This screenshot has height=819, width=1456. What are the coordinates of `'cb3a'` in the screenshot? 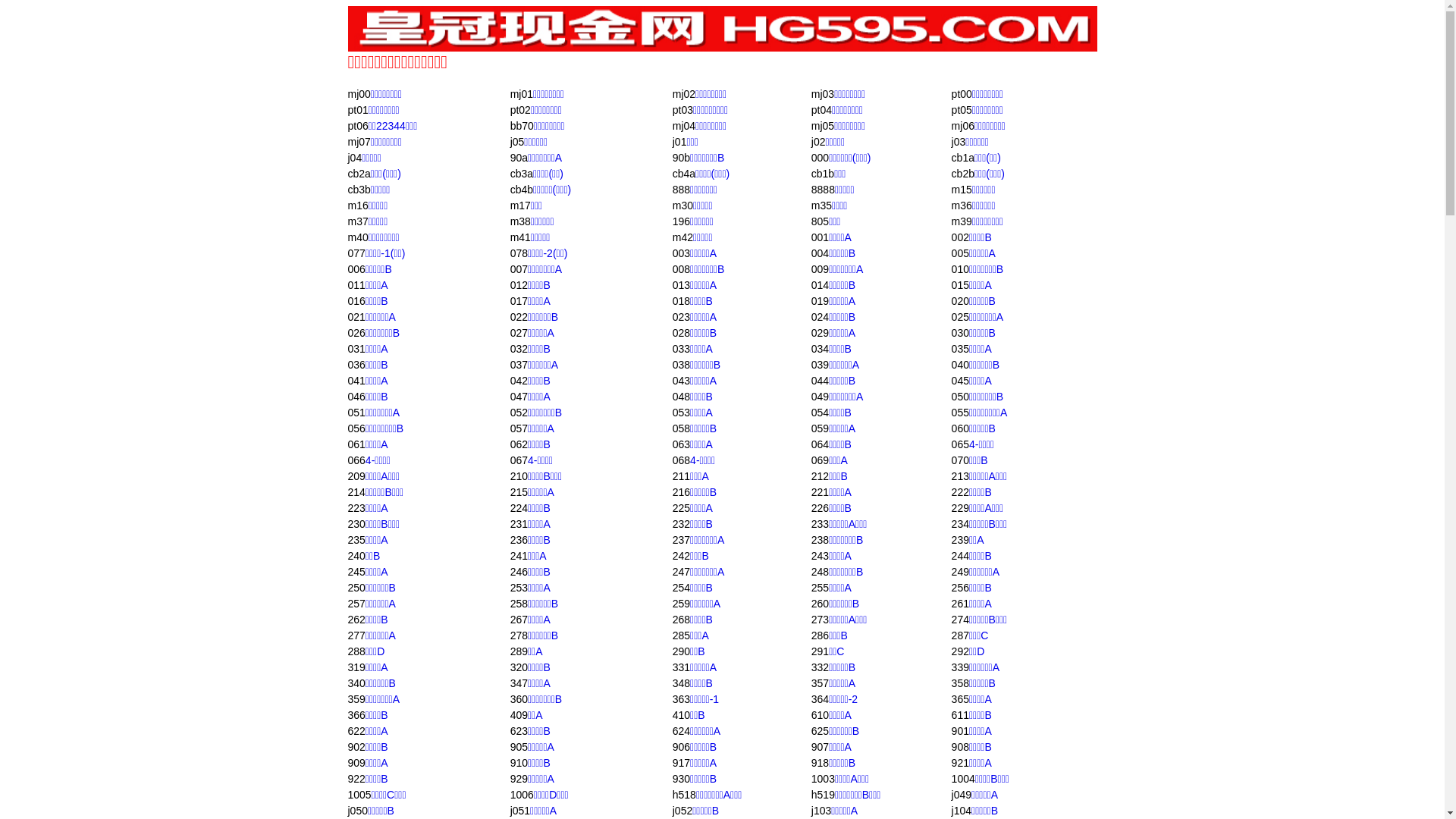 It's located at (521, 172).